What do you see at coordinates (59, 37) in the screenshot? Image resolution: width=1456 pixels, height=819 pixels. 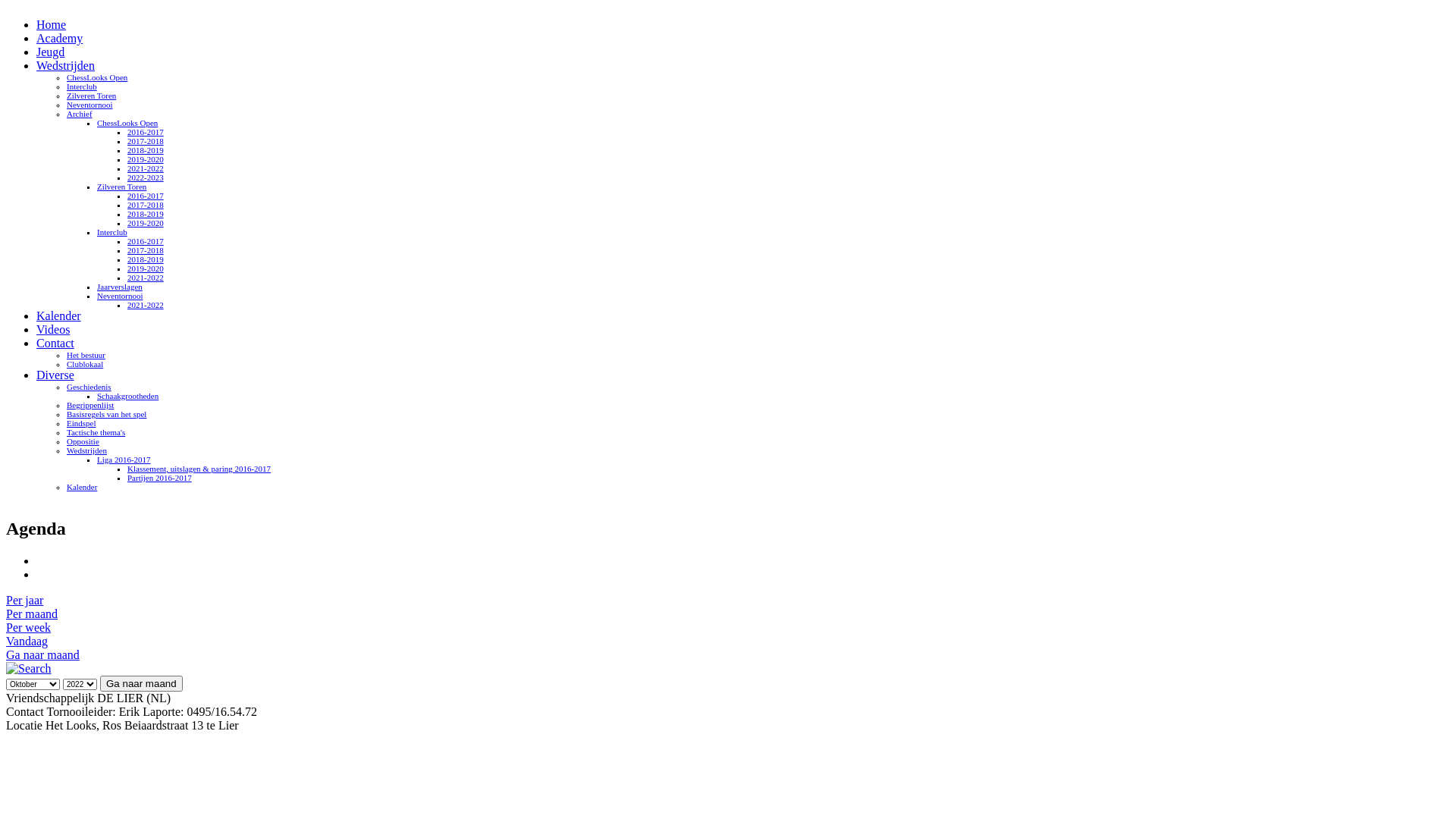 I see `'Academy'` at bounding box center [59, 37].